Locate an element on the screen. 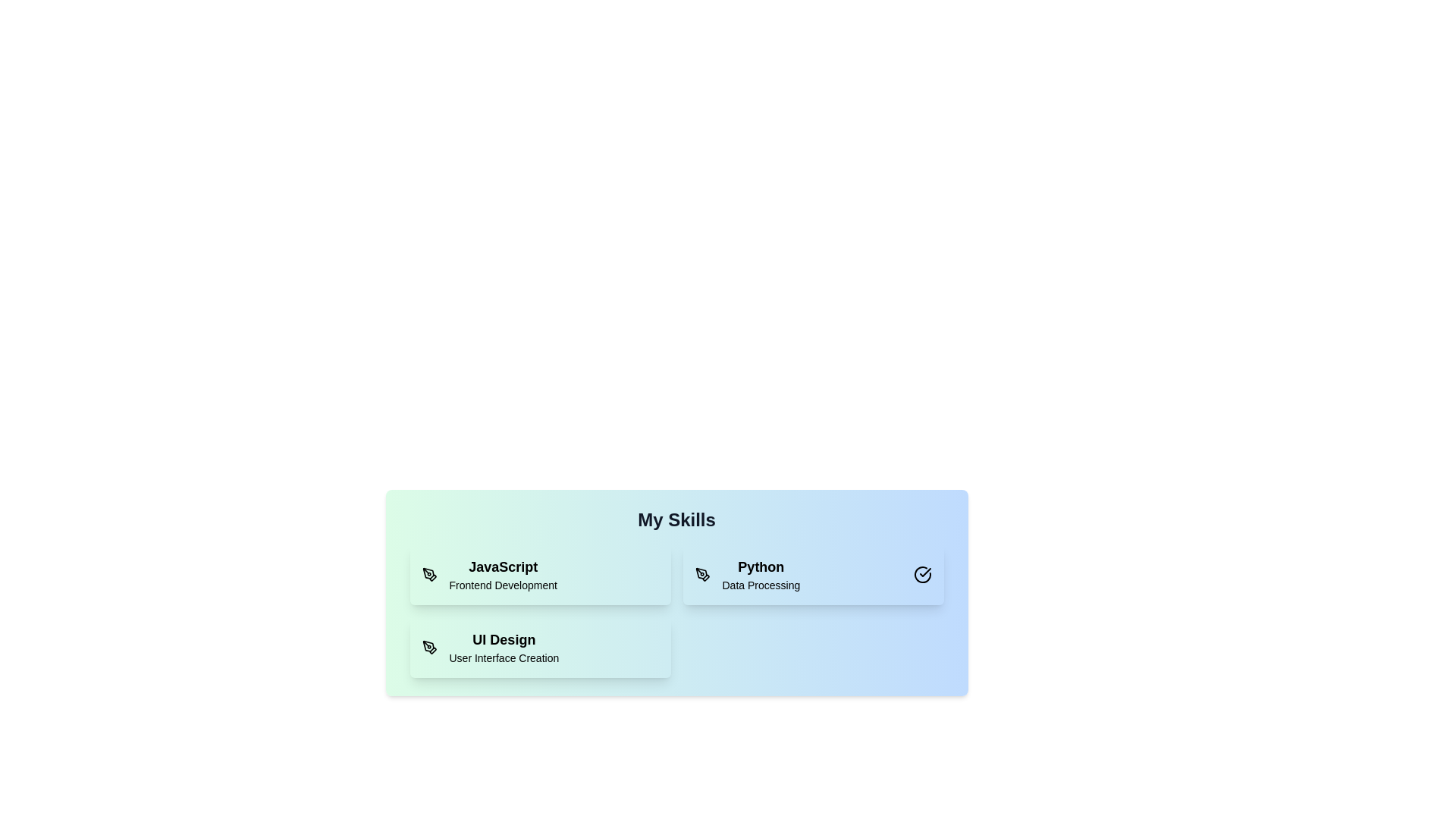 The height and width of the screenshot is (819, 1456). the skill card corresponding to Python to toggle its selection is located at coordinates (812, 575).